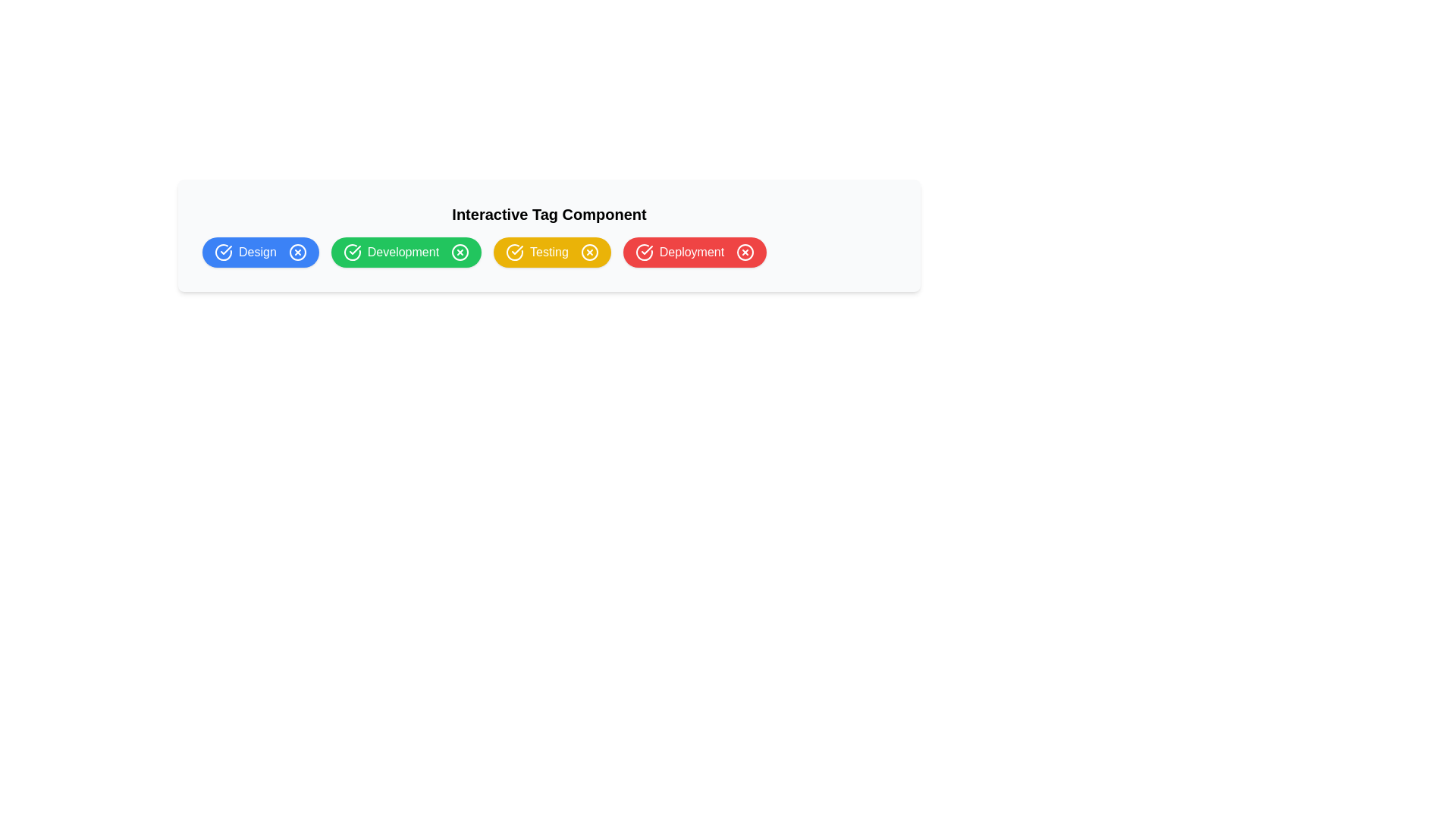  Describe the element at coordinates (403, 251) in the screenshot. I see `the text label displaying 'Development' in white on a green background, which is part of a rounded rectangular button located between the 'Design' and 'Testing' buttons` at that location.